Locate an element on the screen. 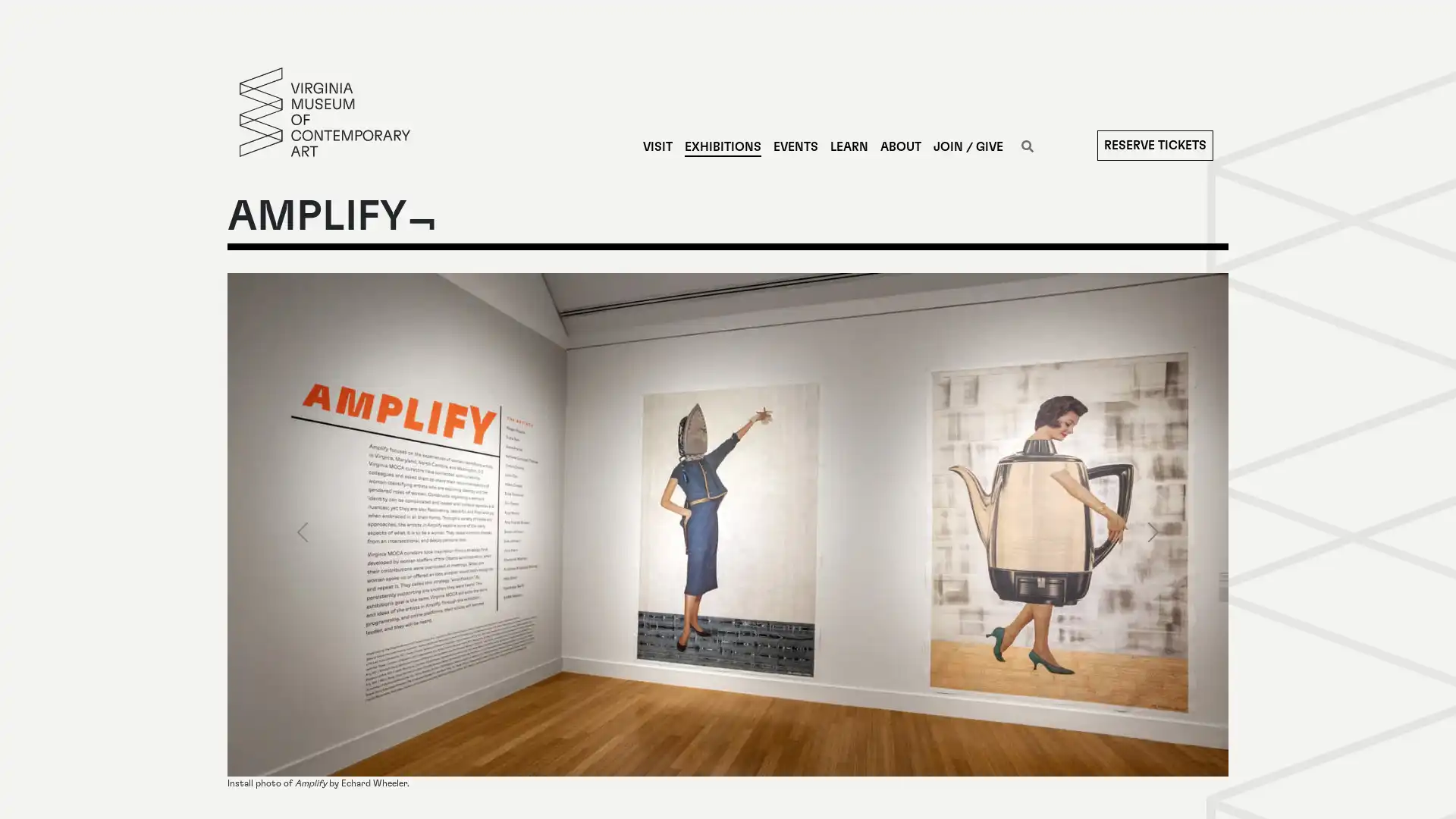 The height and width of the screenshot is (819, 1456). EXHIBITIONS is located at coordinates (721, 146).